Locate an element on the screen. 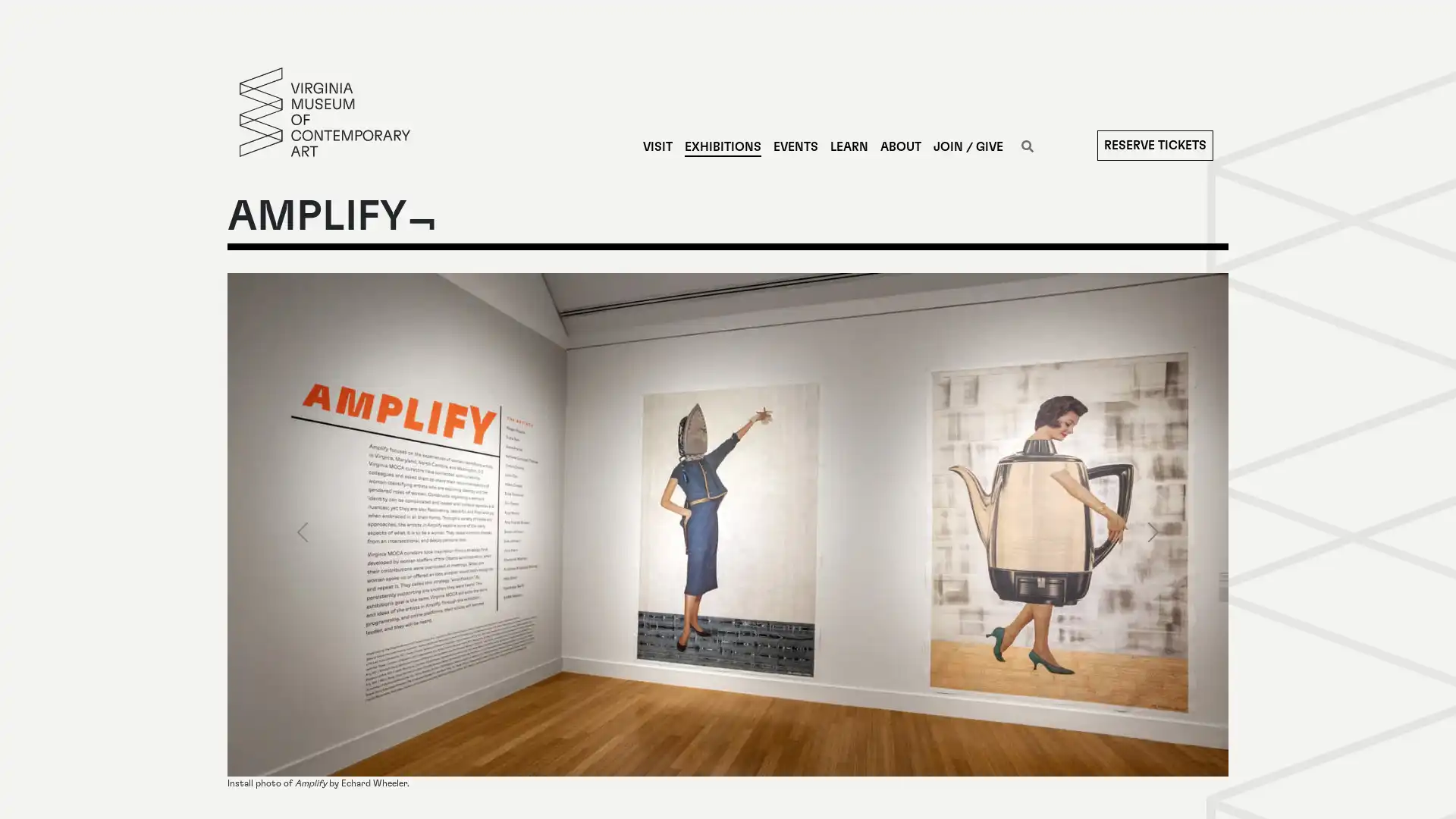 The height and width of the screenshot is (819, 1456). EXHIBITIONS is located at coordinates (721, 146).